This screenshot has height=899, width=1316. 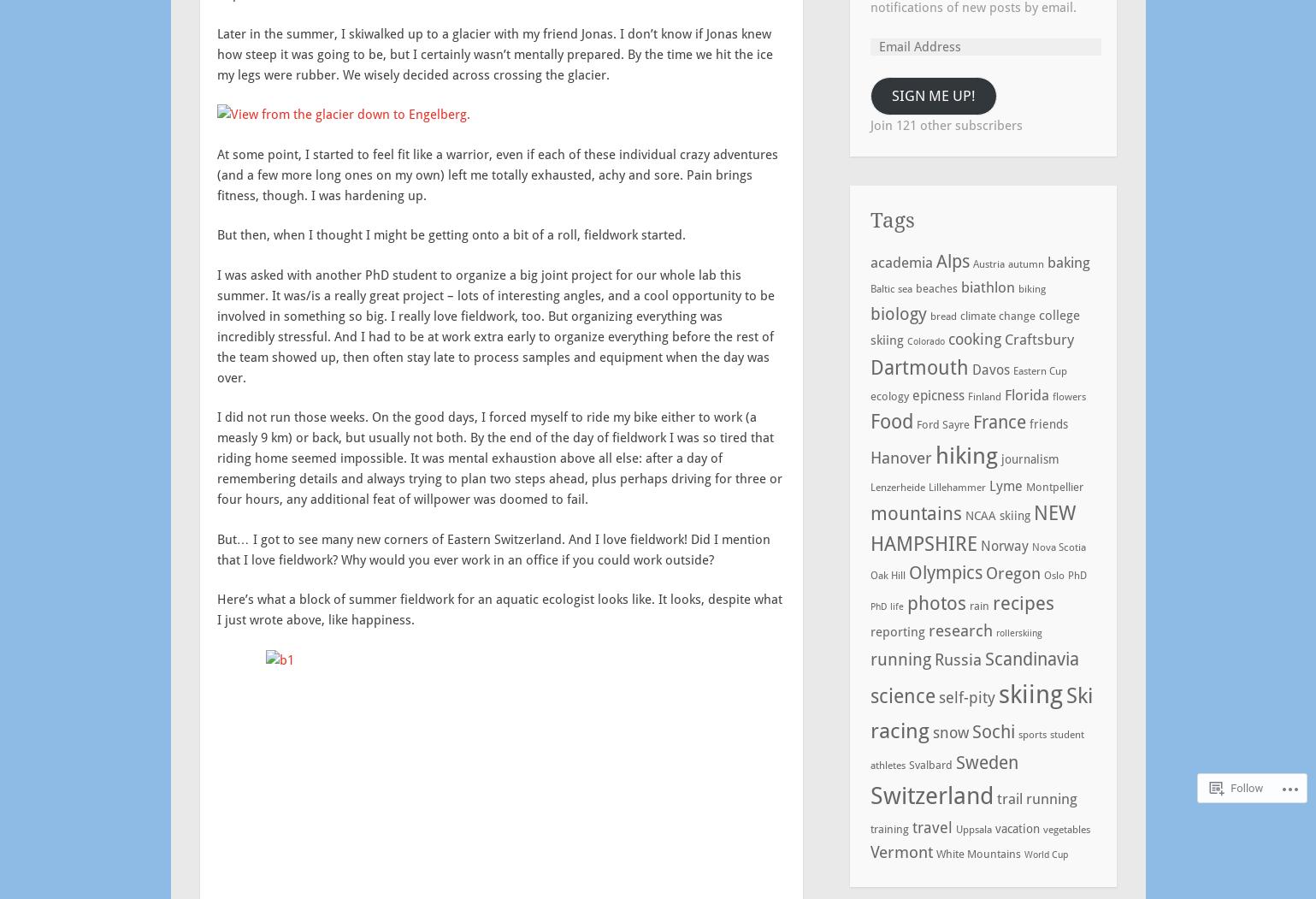 I want to click on 'Colorado', so click(x=924, y=340).